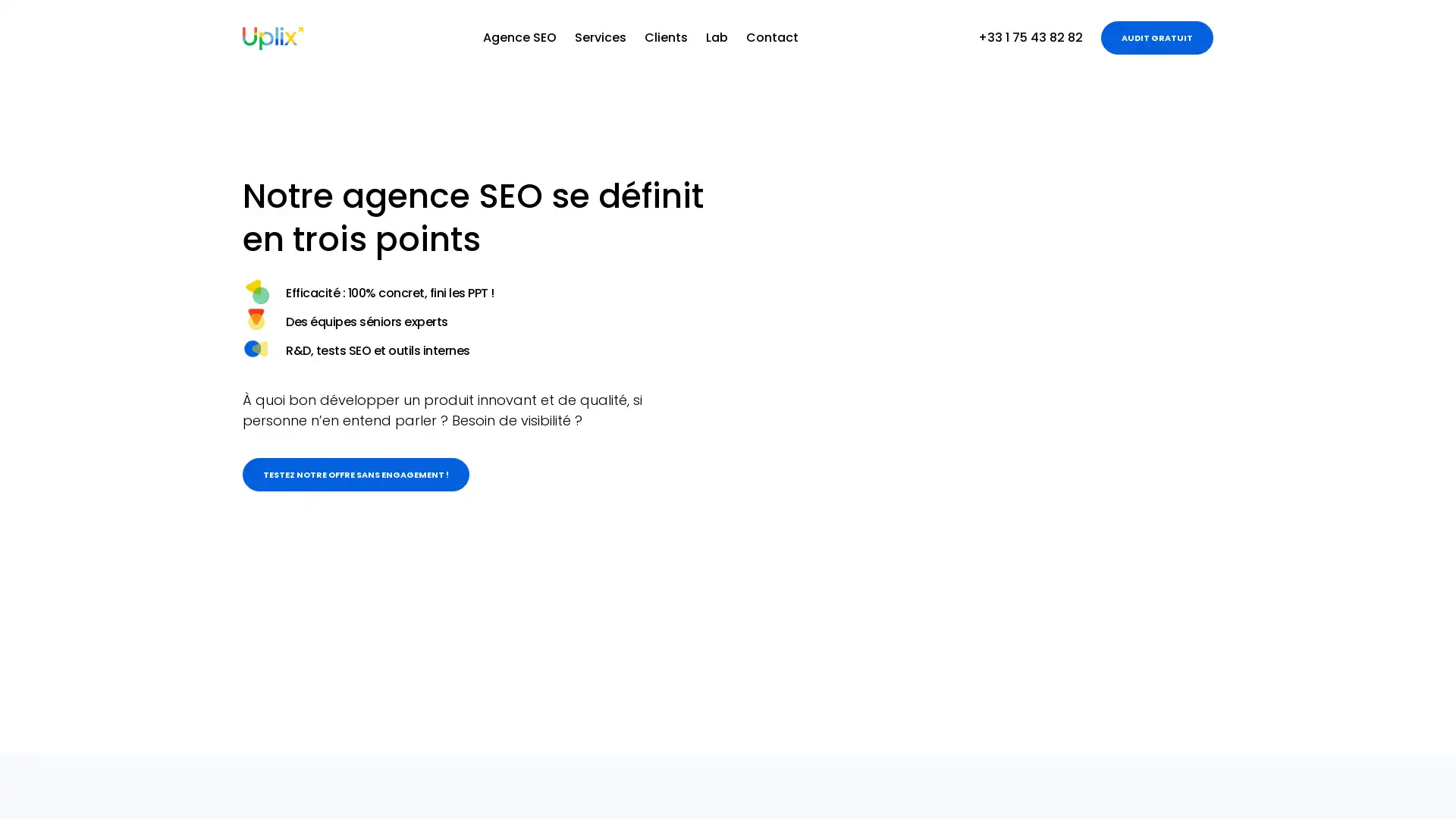 This screenshot has width=1456, height=819. Describe the element at coordinates (1409, 789) in the screenshot. I see `Fermer` at that location.